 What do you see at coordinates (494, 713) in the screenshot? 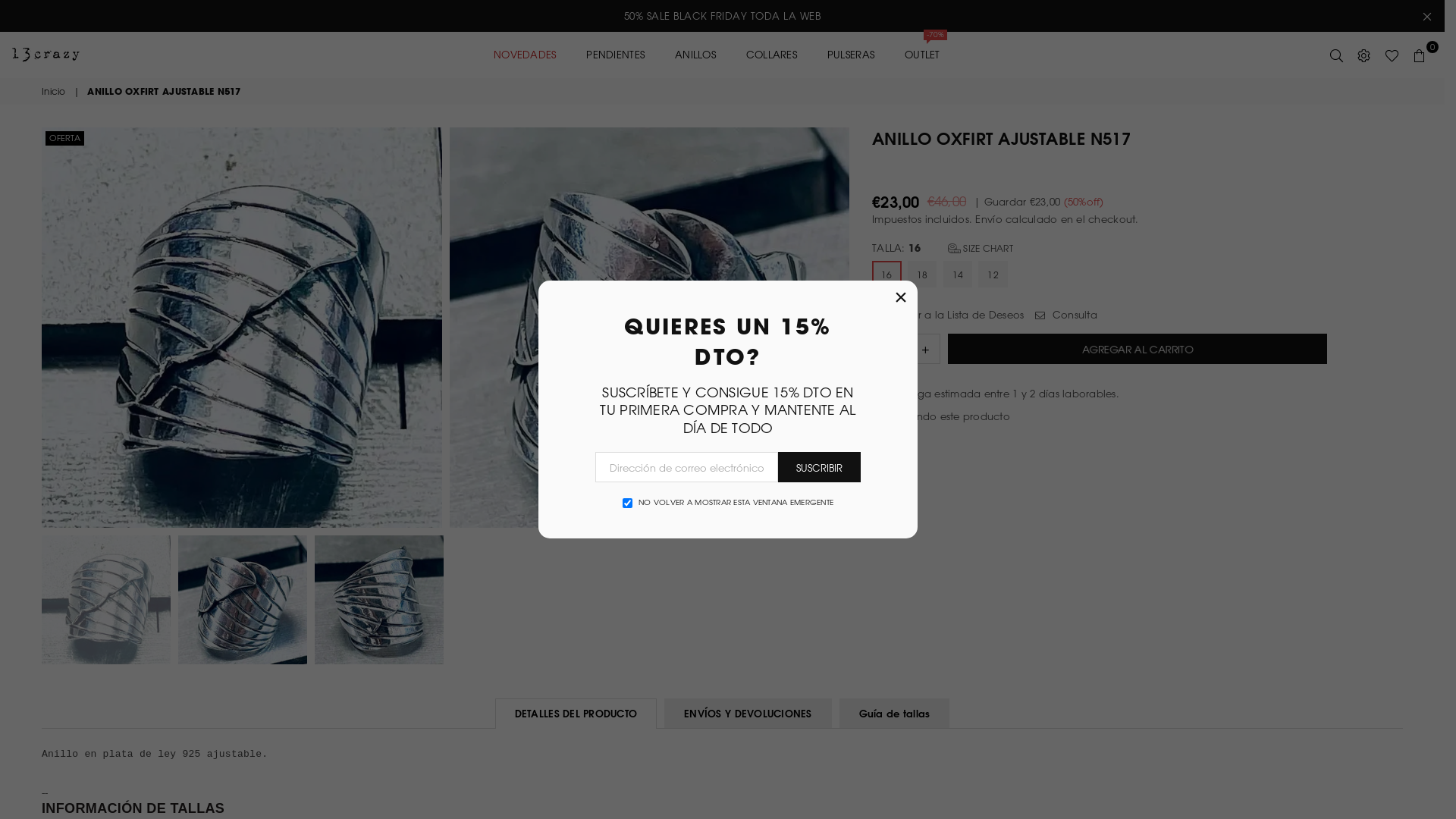
I see `'DETALLES DEL PRODUCTO'` at bounding box center [494, 713].